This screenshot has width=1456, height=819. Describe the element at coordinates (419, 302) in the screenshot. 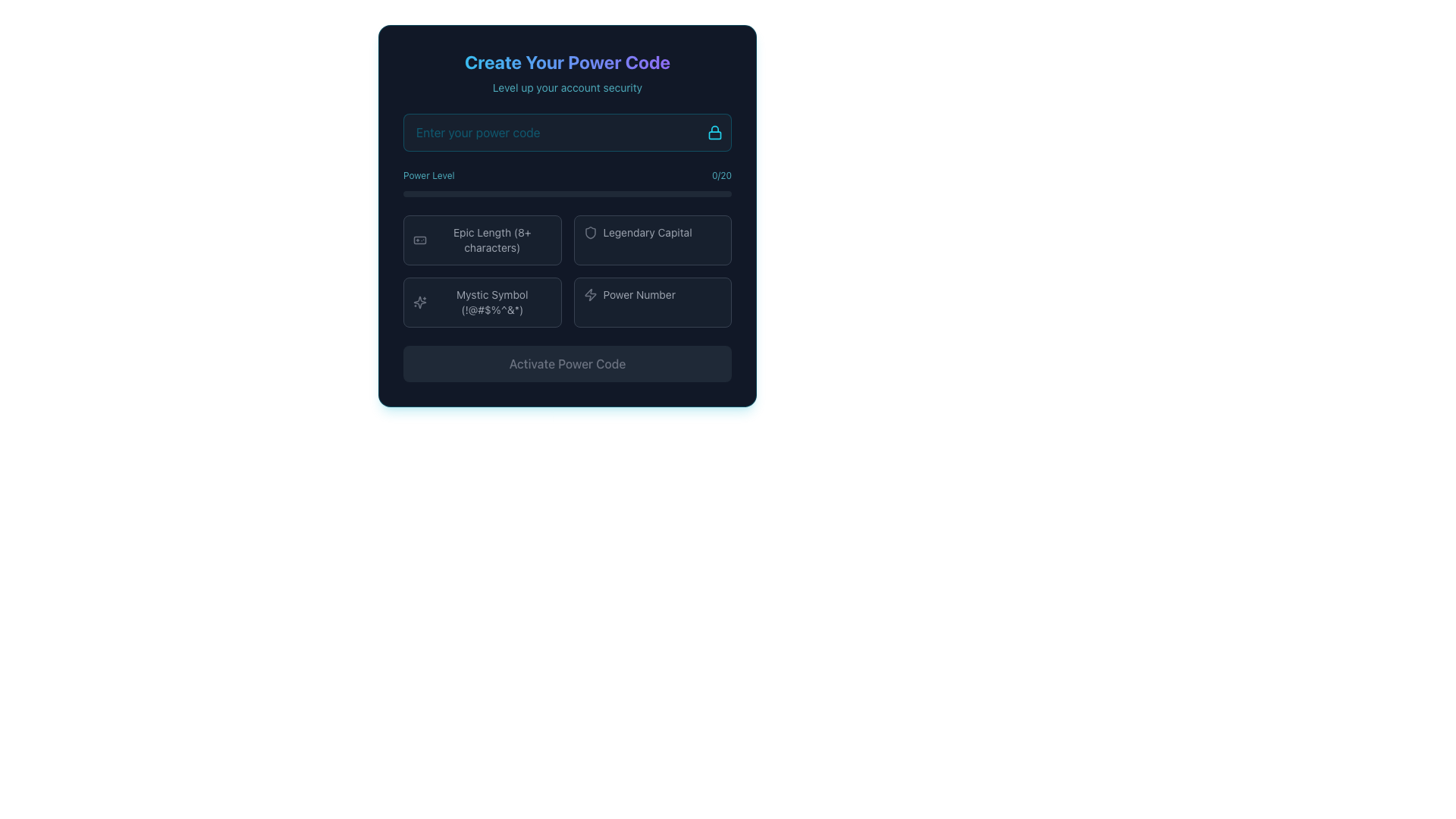

I see `the gray sparkles icon located to the left of the text 'Mystic Symbol (!@#$%^&*)'` at that location.